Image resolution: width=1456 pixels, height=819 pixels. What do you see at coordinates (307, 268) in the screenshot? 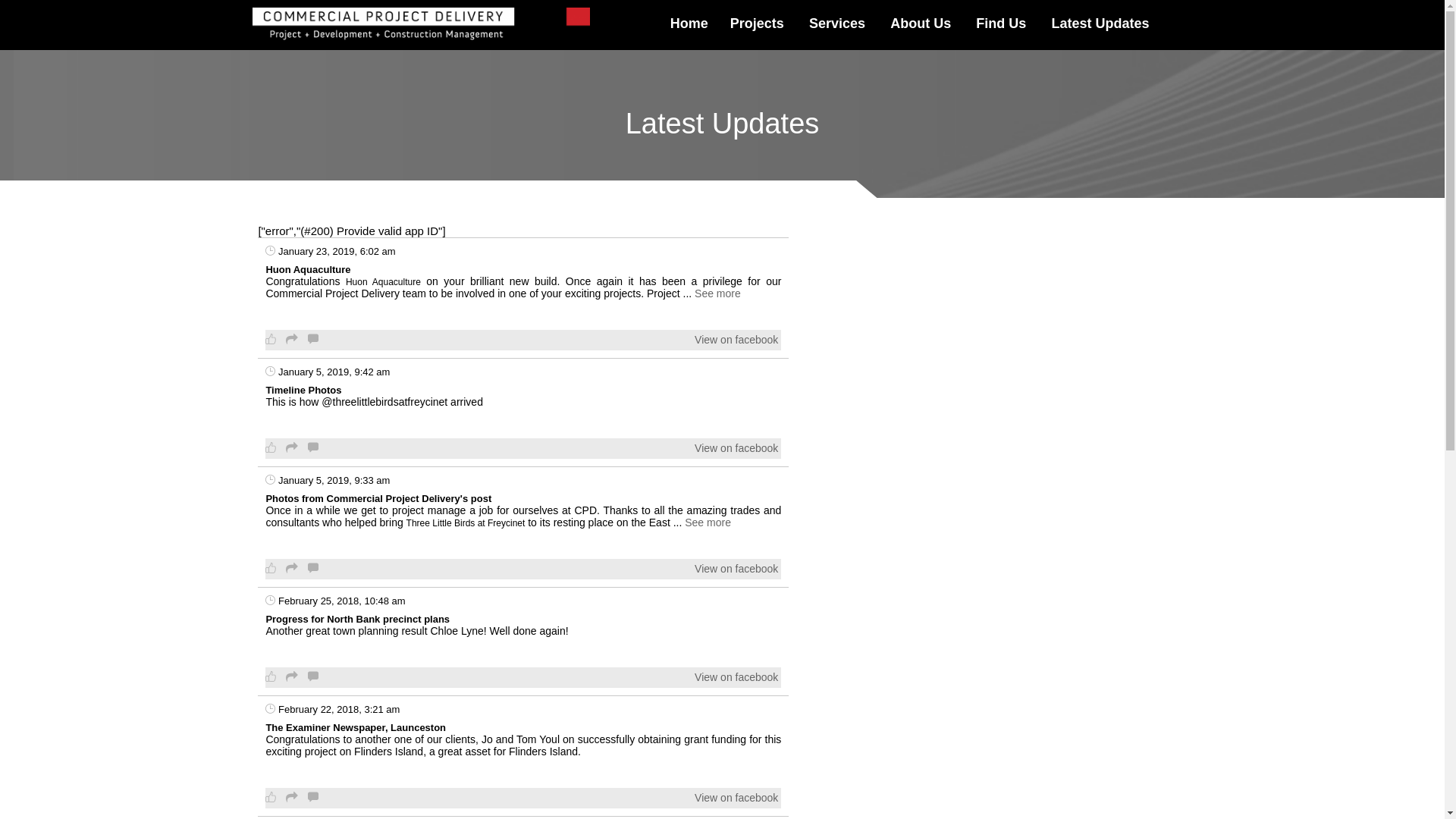
I see `'Huon Aquaculture'` at bounding box center [307, 268].